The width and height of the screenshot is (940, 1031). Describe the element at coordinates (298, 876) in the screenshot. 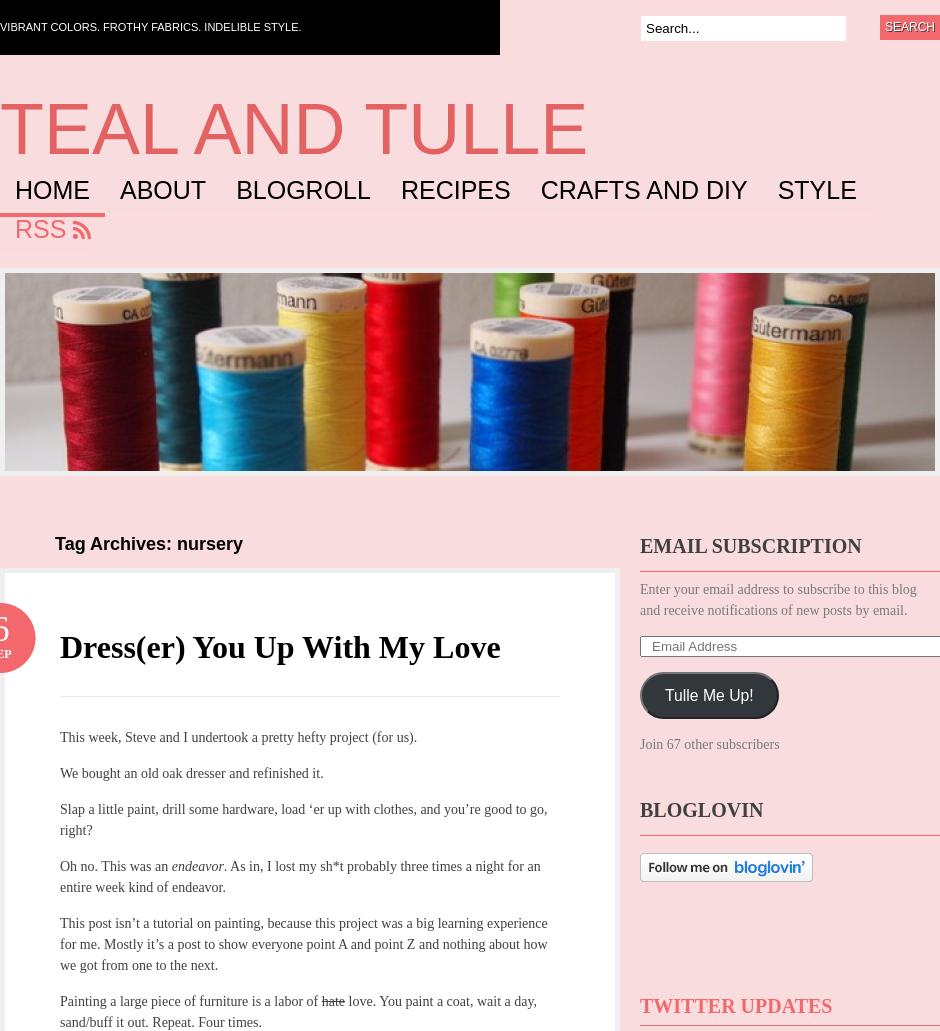

I see `'. As in, I lost my sh*t probably three times a night for an entire week kind of endeavor.'` at that location.